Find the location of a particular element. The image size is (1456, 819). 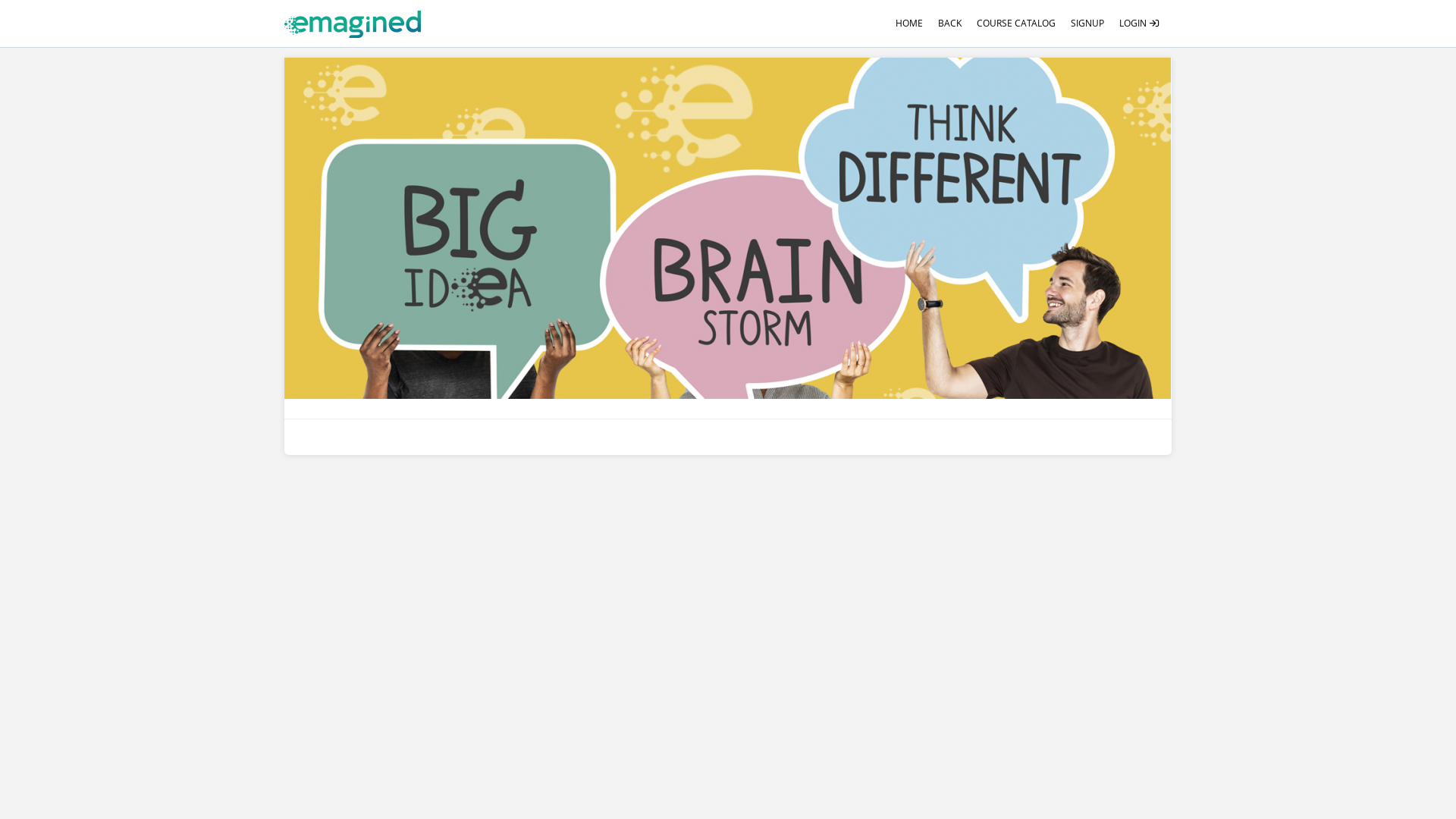

'BACK' is located at coordinates (949, 23).